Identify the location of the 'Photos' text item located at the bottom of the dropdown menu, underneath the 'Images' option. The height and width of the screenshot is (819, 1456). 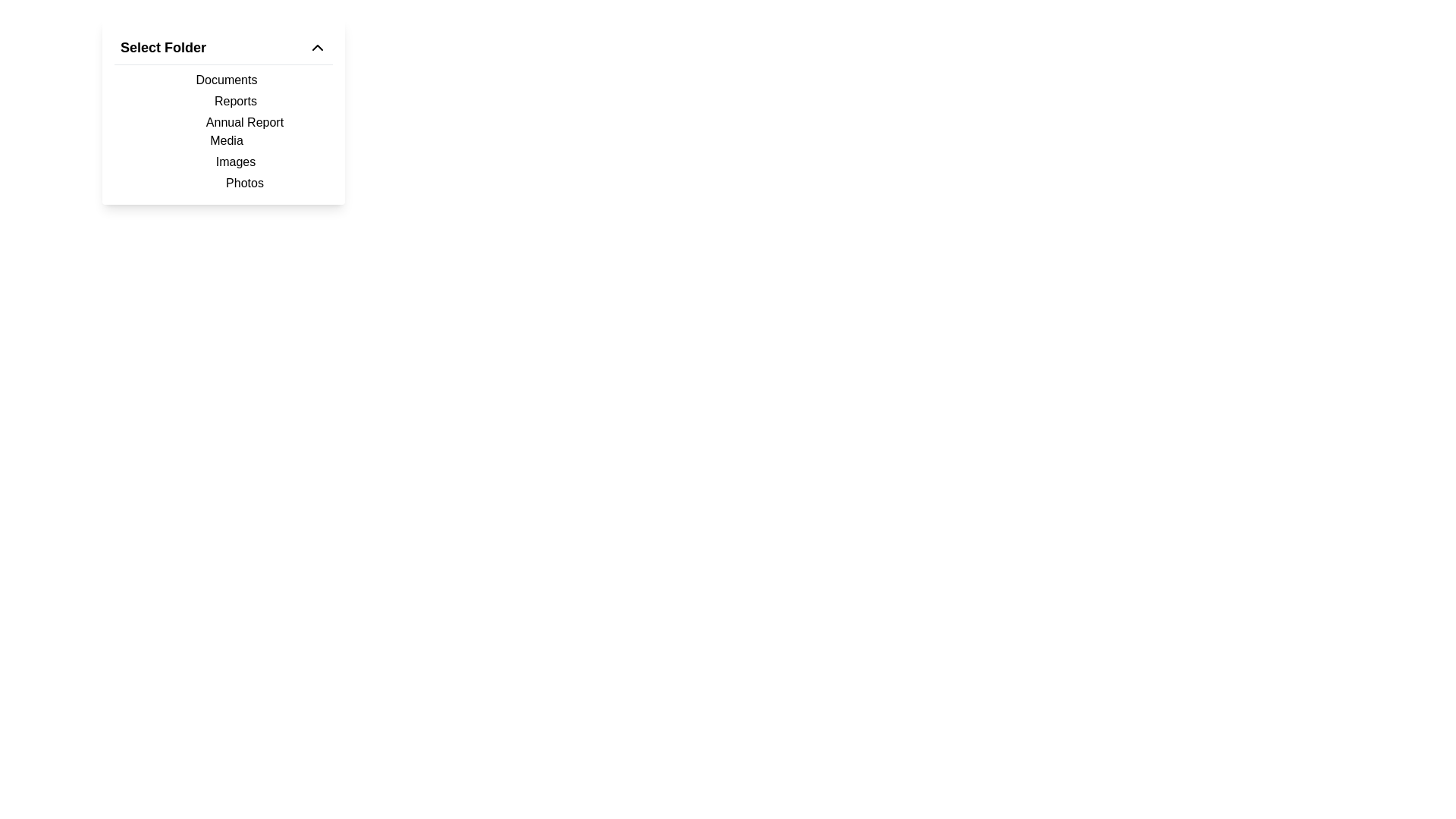
(240, 183).